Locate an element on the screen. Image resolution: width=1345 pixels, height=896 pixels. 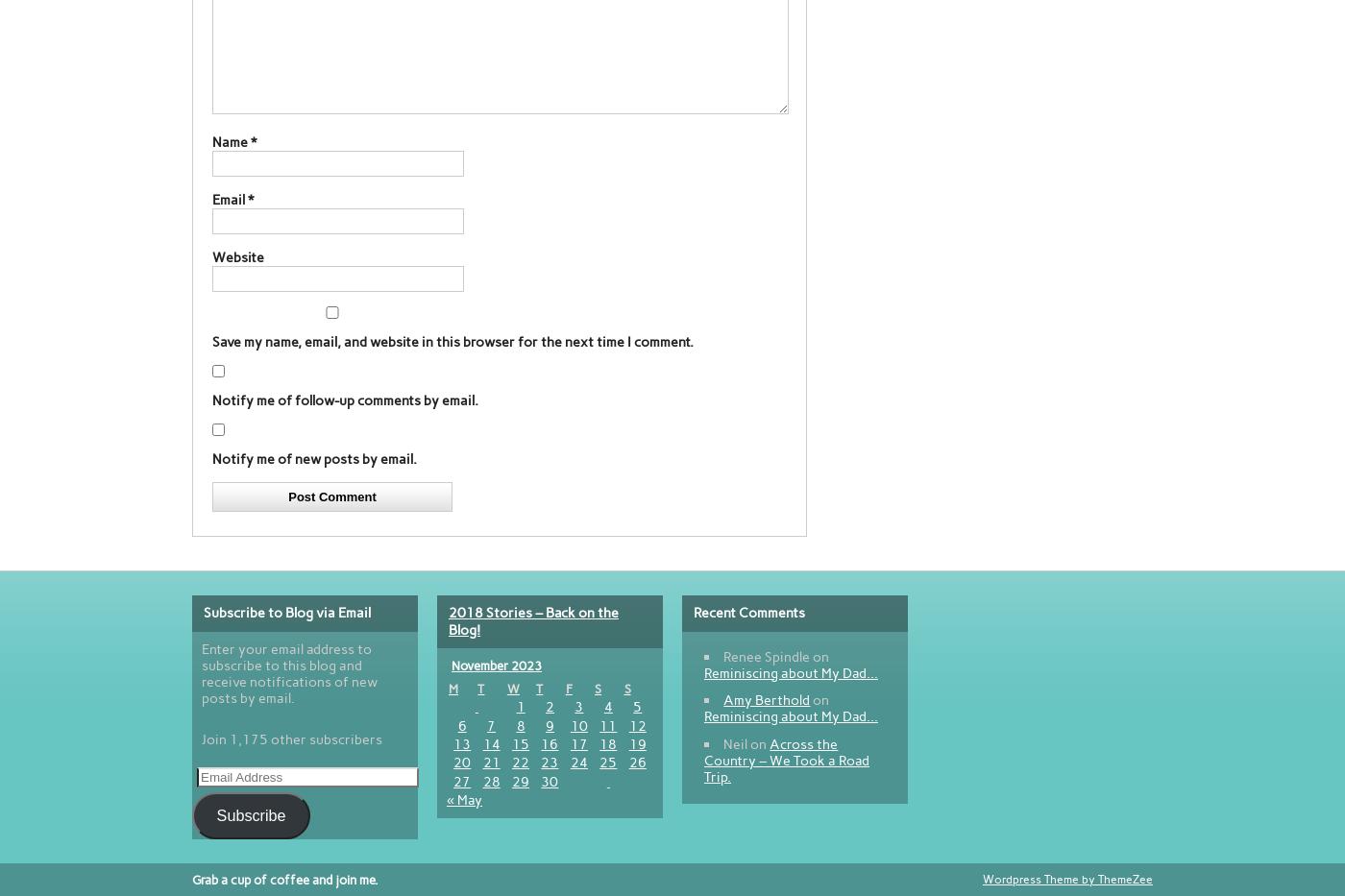
'19' is located at coordinates (627, 742).